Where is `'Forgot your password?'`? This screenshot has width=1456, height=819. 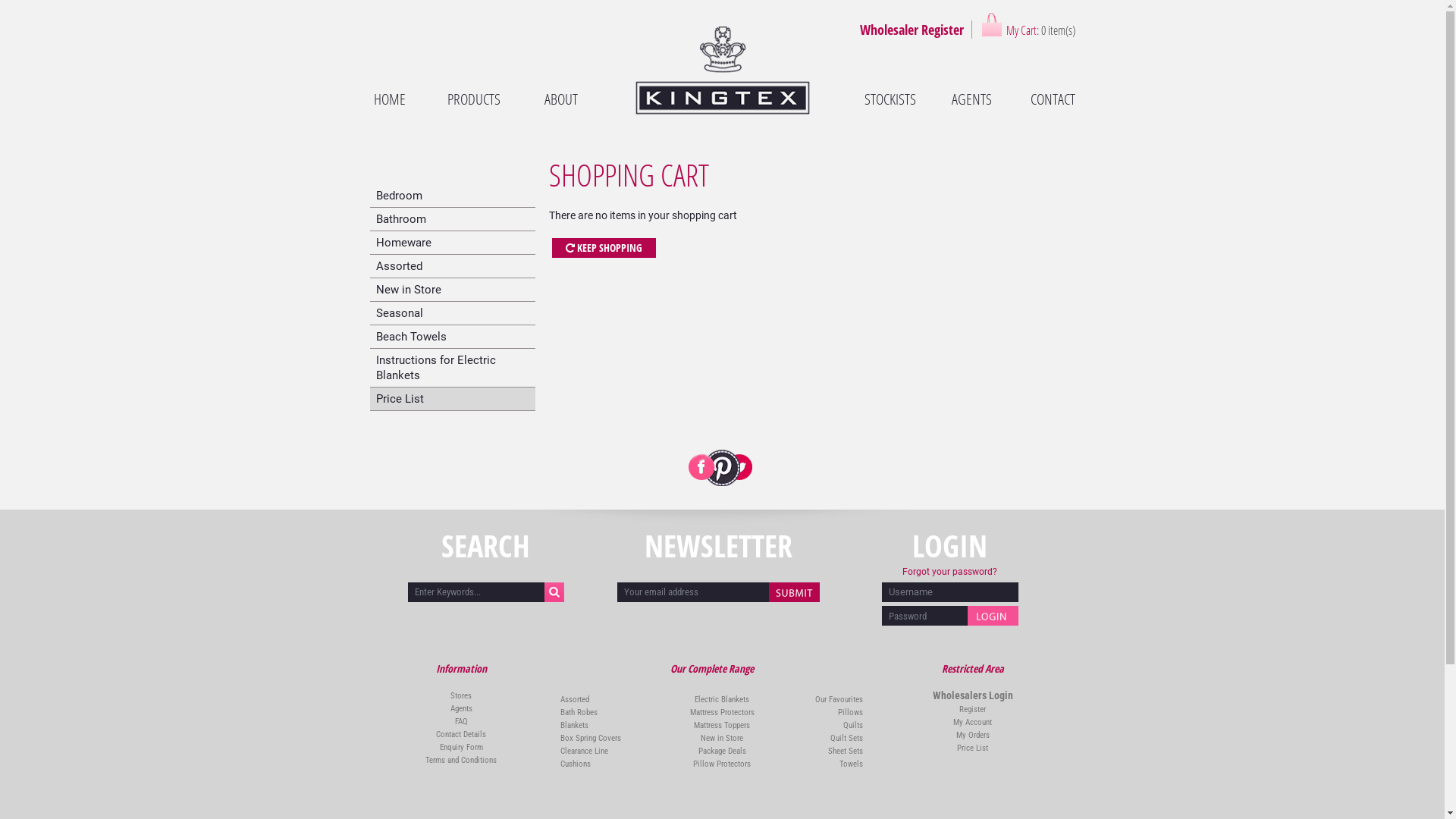 'Forgot your password?' is located at coordinates (949, 571).